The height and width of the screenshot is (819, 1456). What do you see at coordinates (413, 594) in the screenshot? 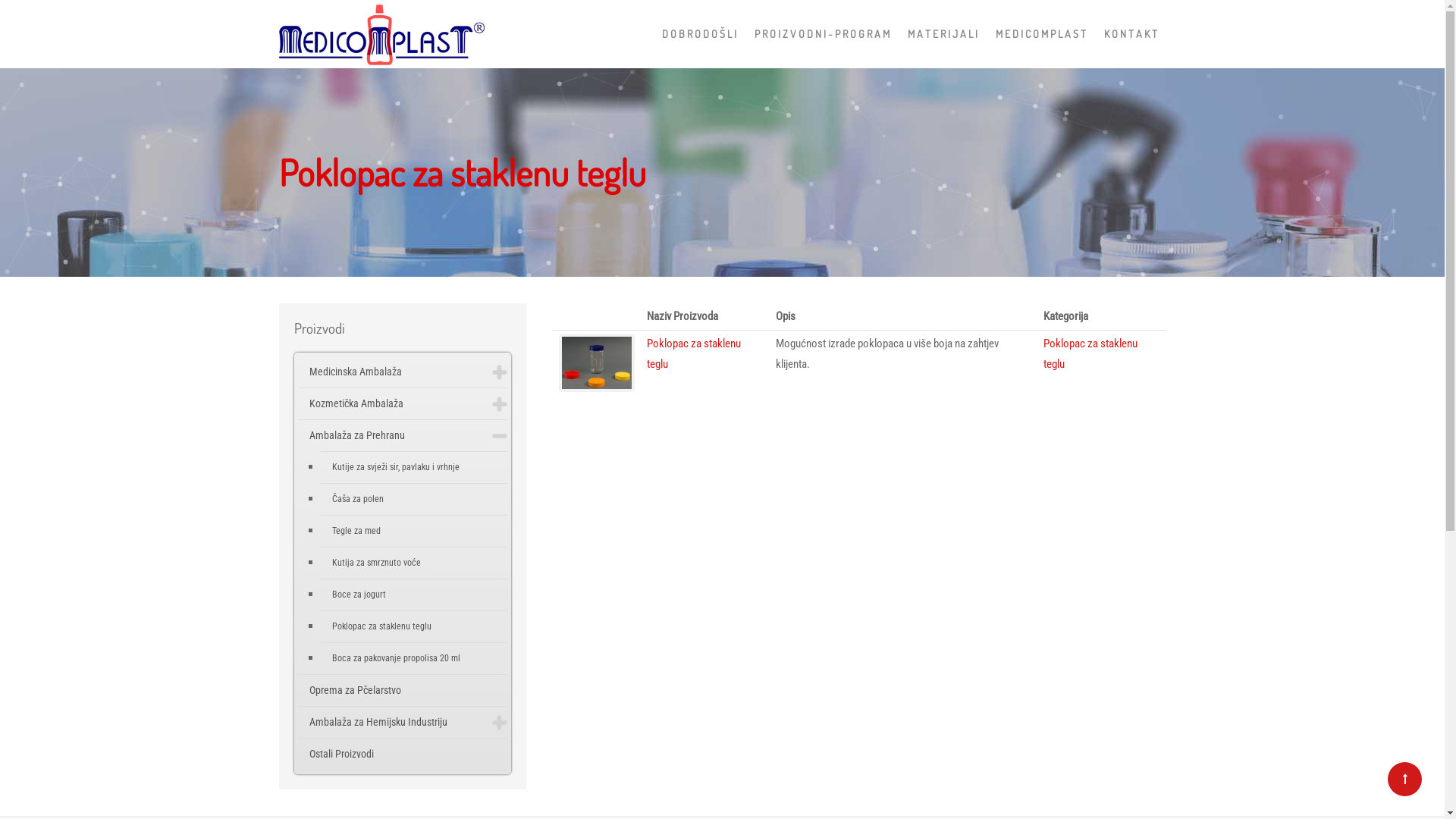
I see `'Boce za jogurt'` at bounding box center [413, 594].